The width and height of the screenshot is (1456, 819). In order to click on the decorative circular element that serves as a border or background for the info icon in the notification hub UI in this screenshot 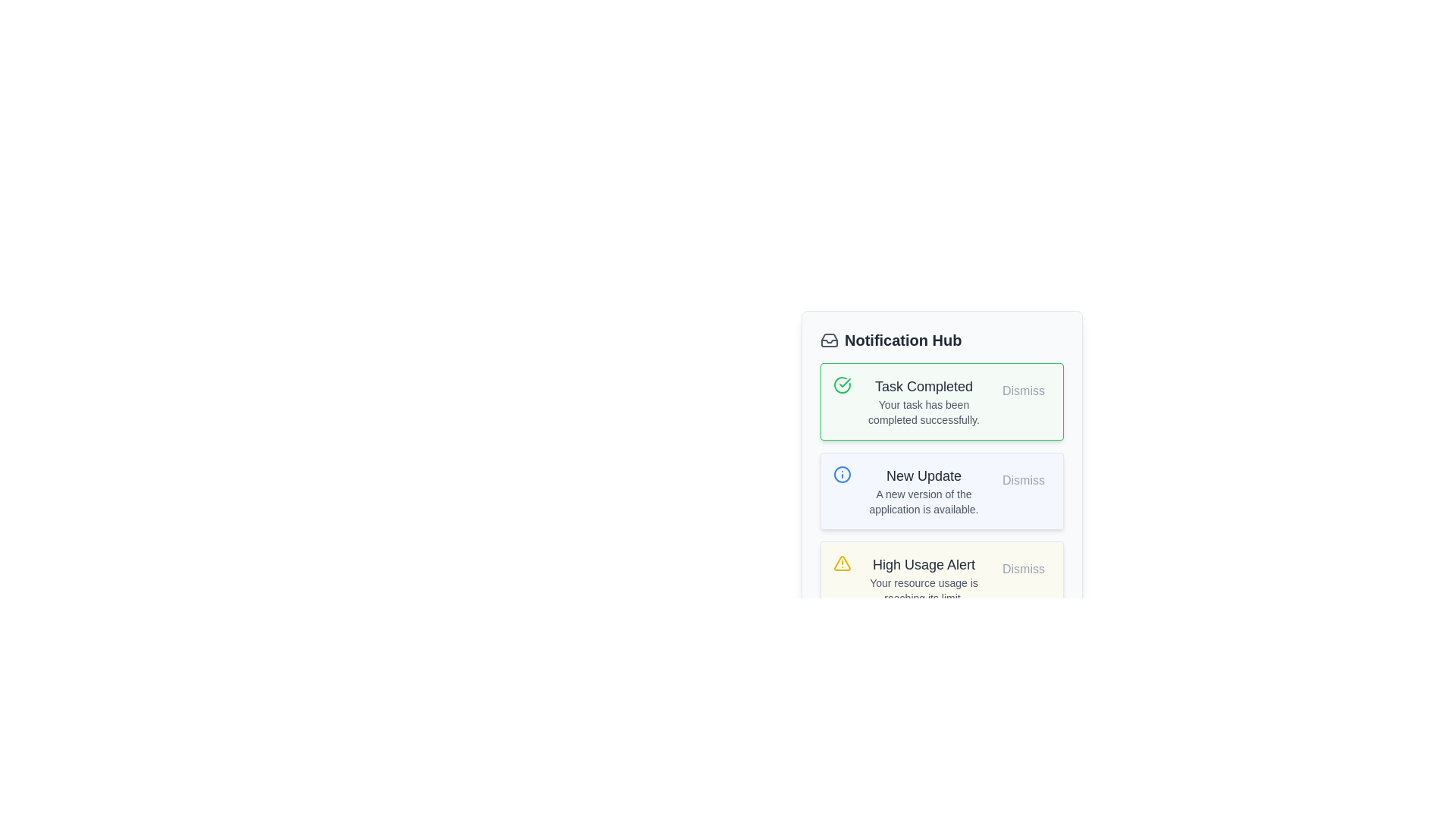, I will do `click(841, 473)`.